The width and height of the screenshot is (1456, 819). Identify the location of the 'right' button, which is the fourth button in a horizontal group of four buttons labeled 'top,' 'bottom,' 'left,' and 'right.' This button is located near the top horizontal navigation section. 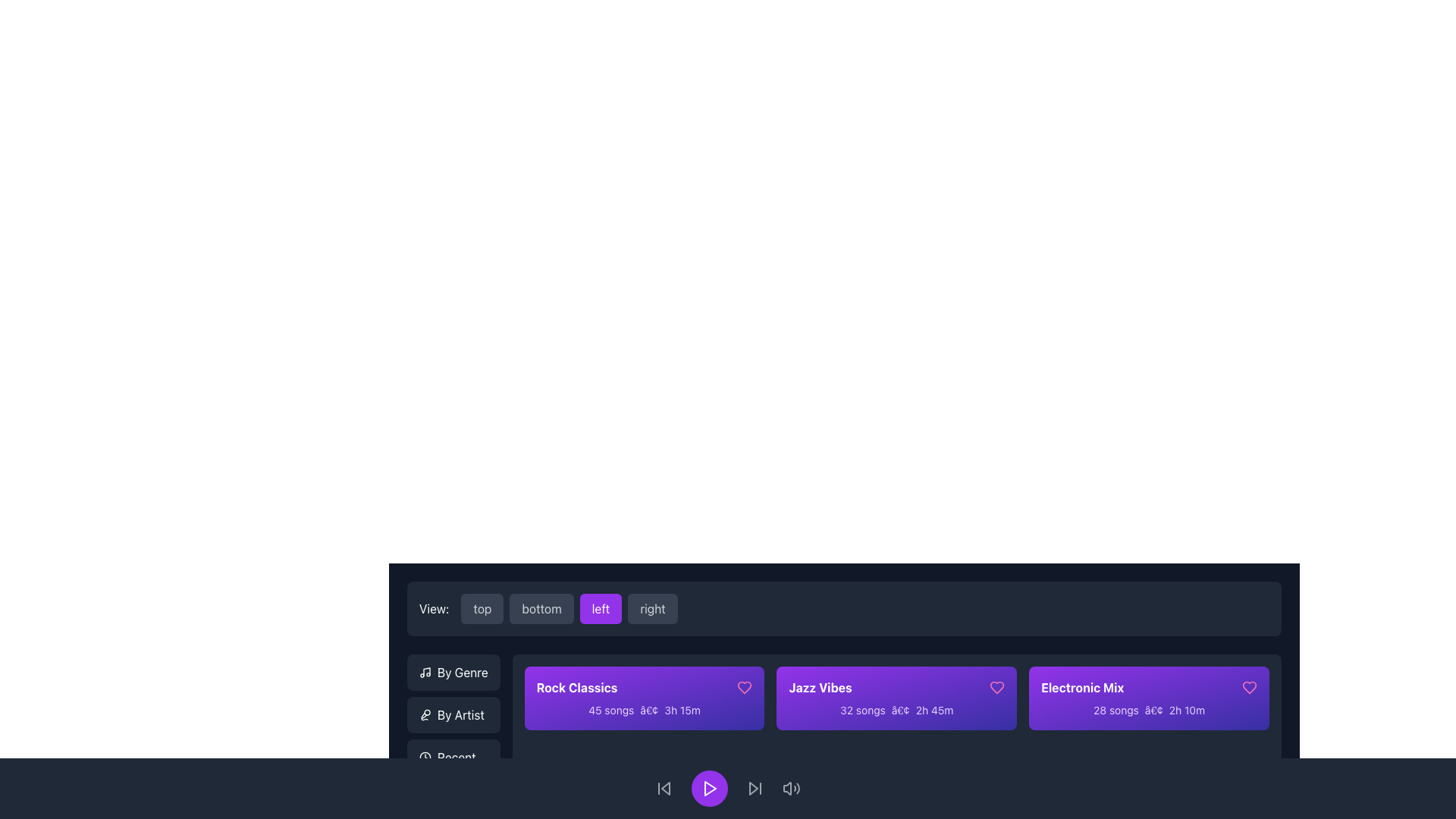
(652, 607).